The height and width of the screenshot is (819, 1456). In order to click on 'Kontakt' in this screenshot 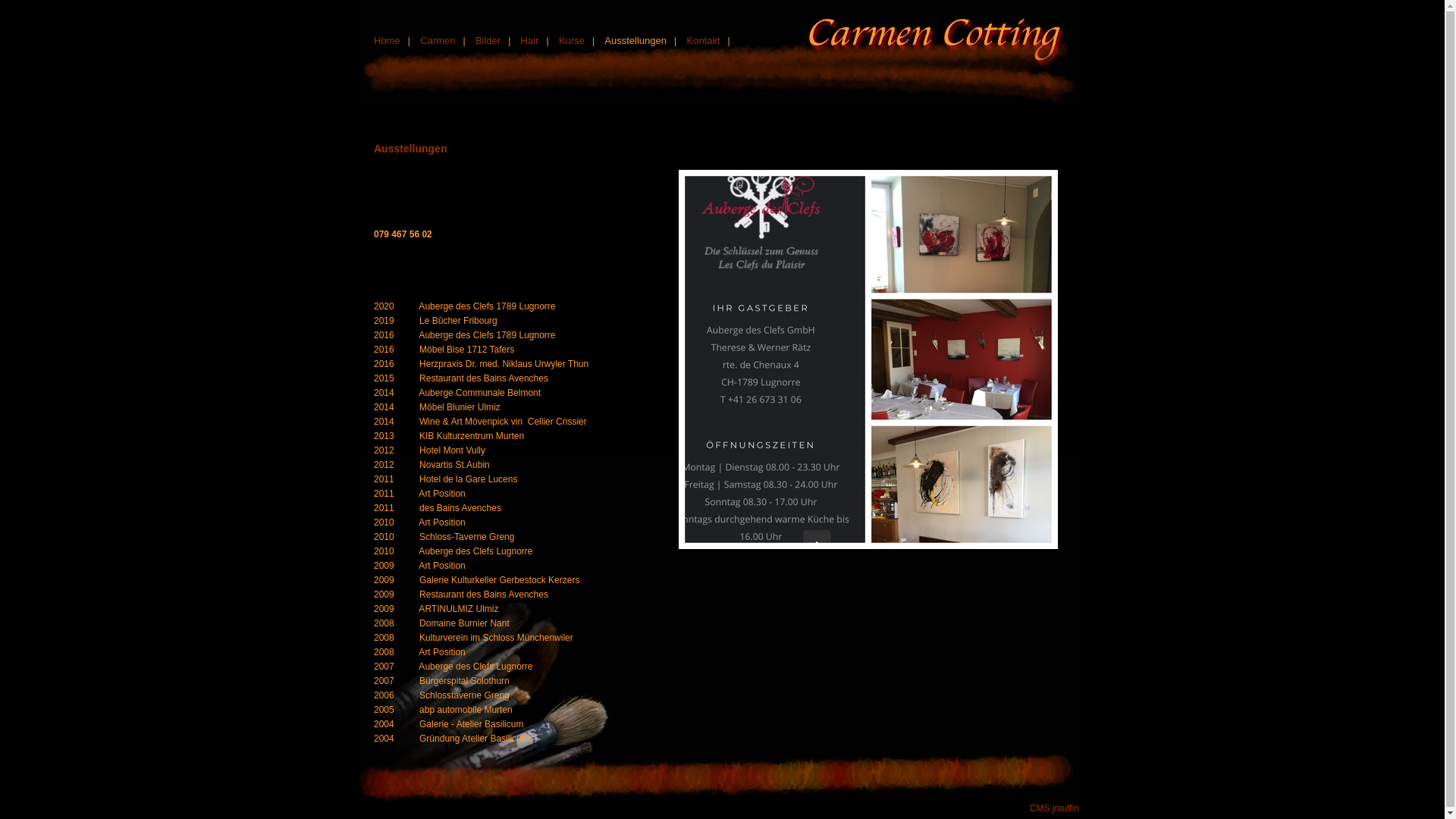, I will do `click(701, 39)`.